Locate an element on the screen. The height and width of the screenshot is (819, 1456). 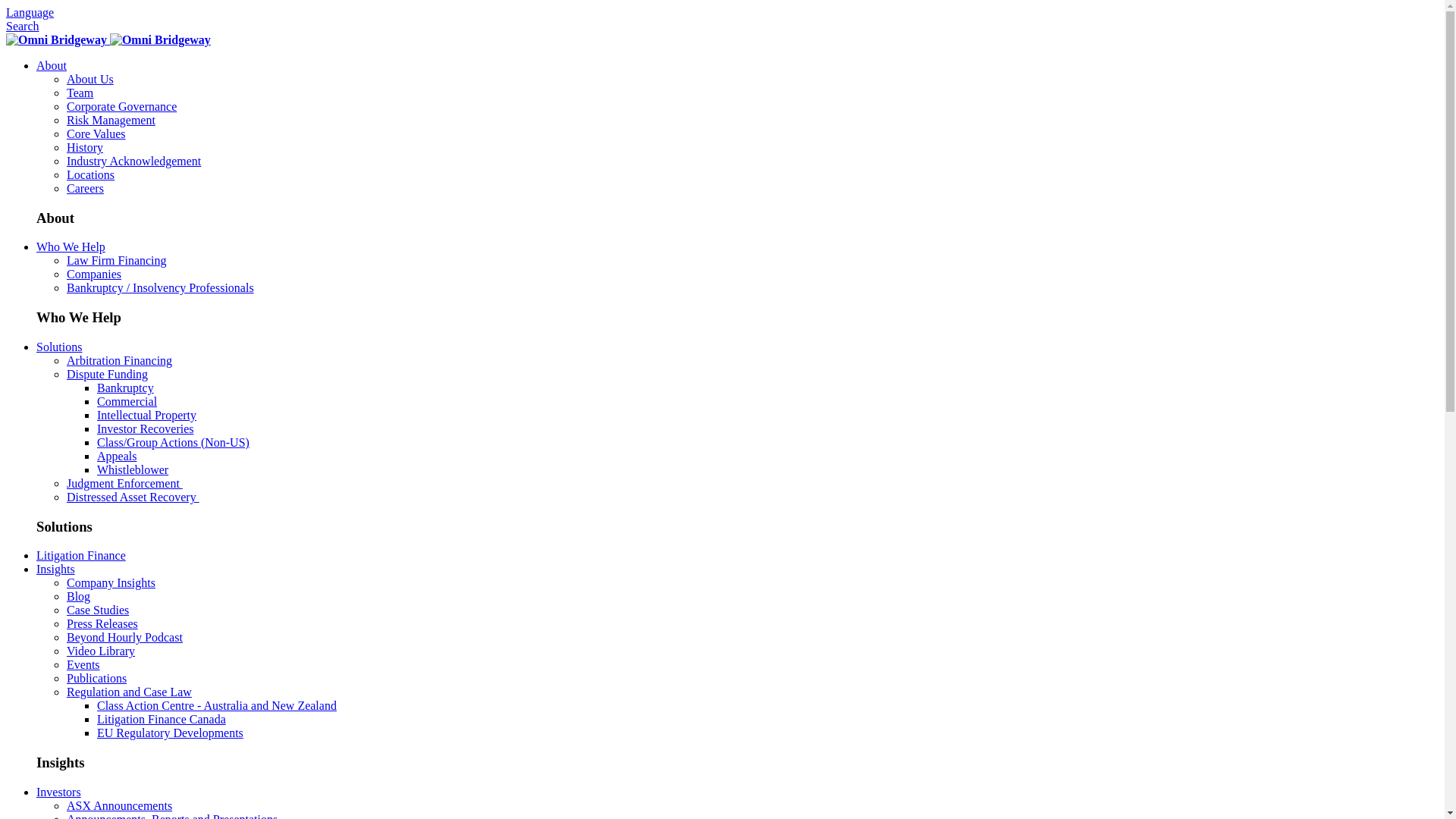
'Language' is located at coordinates (6, 12).